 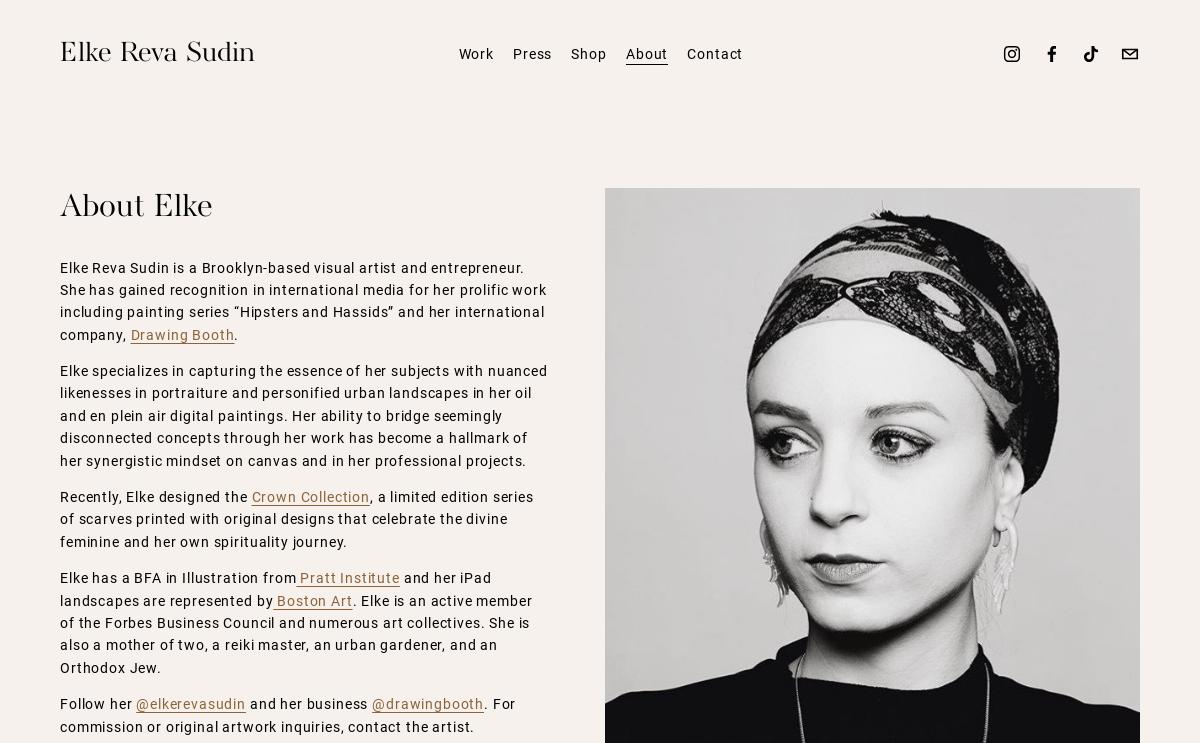 I want to click on 'Pratt Institute', so click(x=347, y=577).